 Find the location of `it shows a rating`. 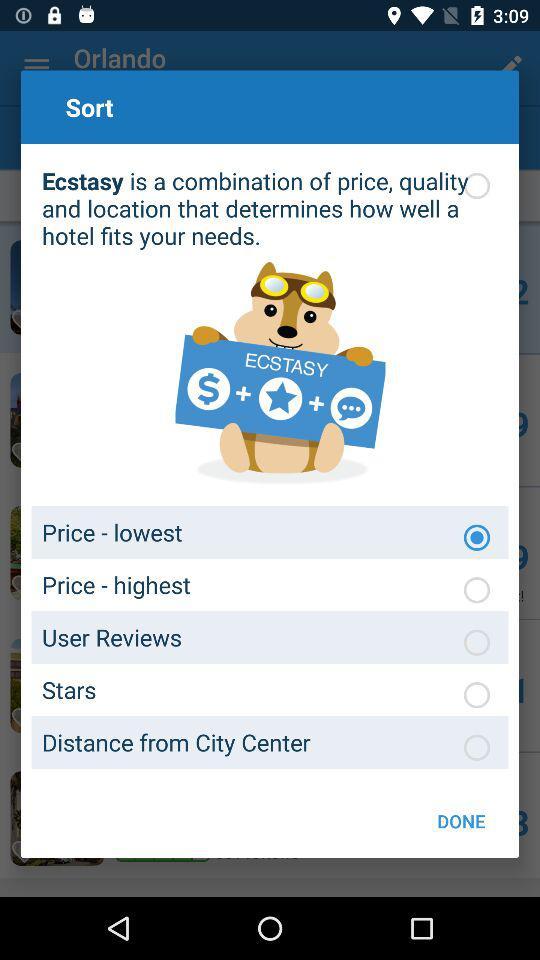

it shows a rating is located at coordinates (475, 695).